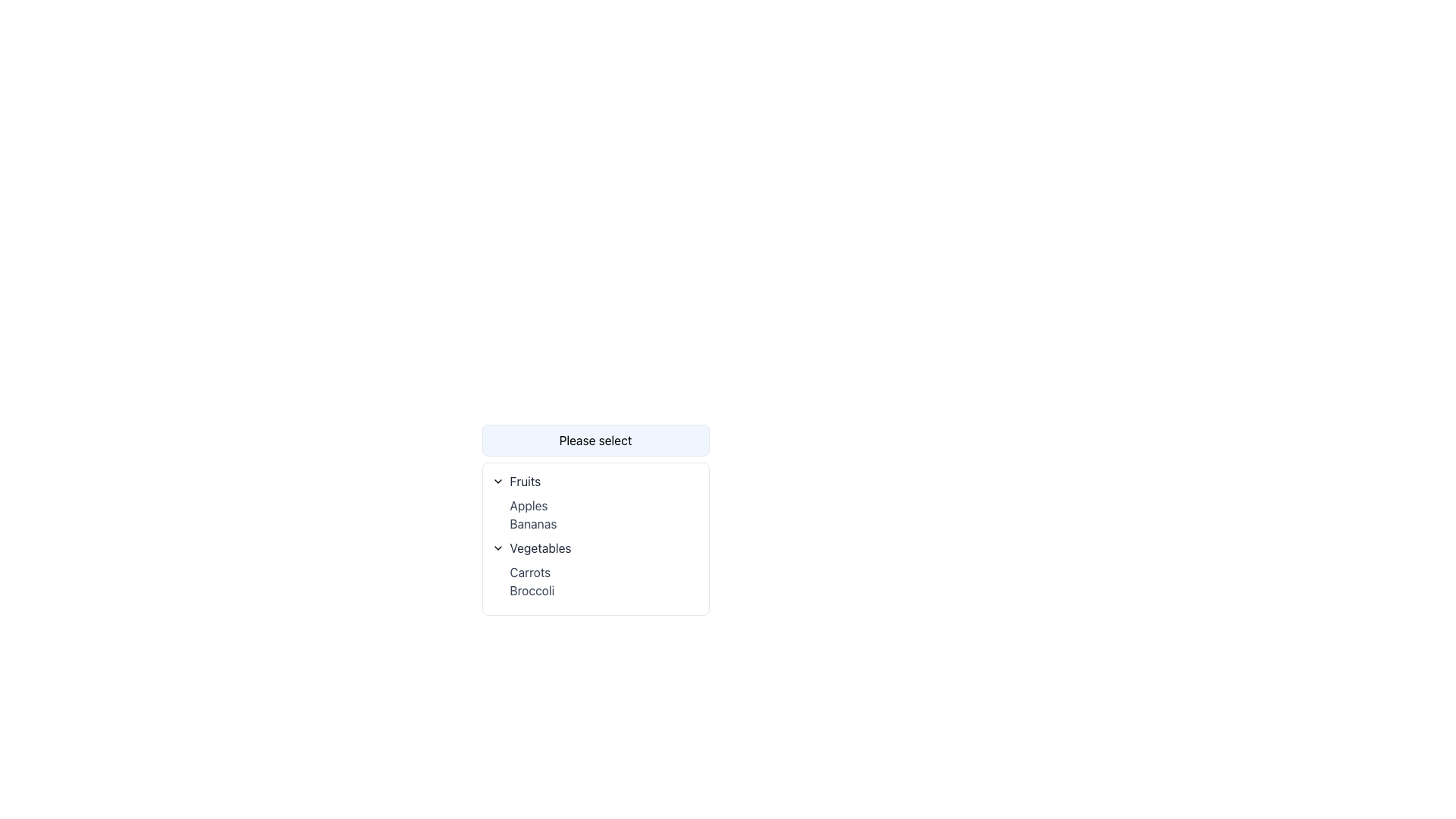 This screenshot has height=819, width=1456. I want to click on the 'Apples' option in the dropdown menu under the 'Fruits' category, so click(529, 506).